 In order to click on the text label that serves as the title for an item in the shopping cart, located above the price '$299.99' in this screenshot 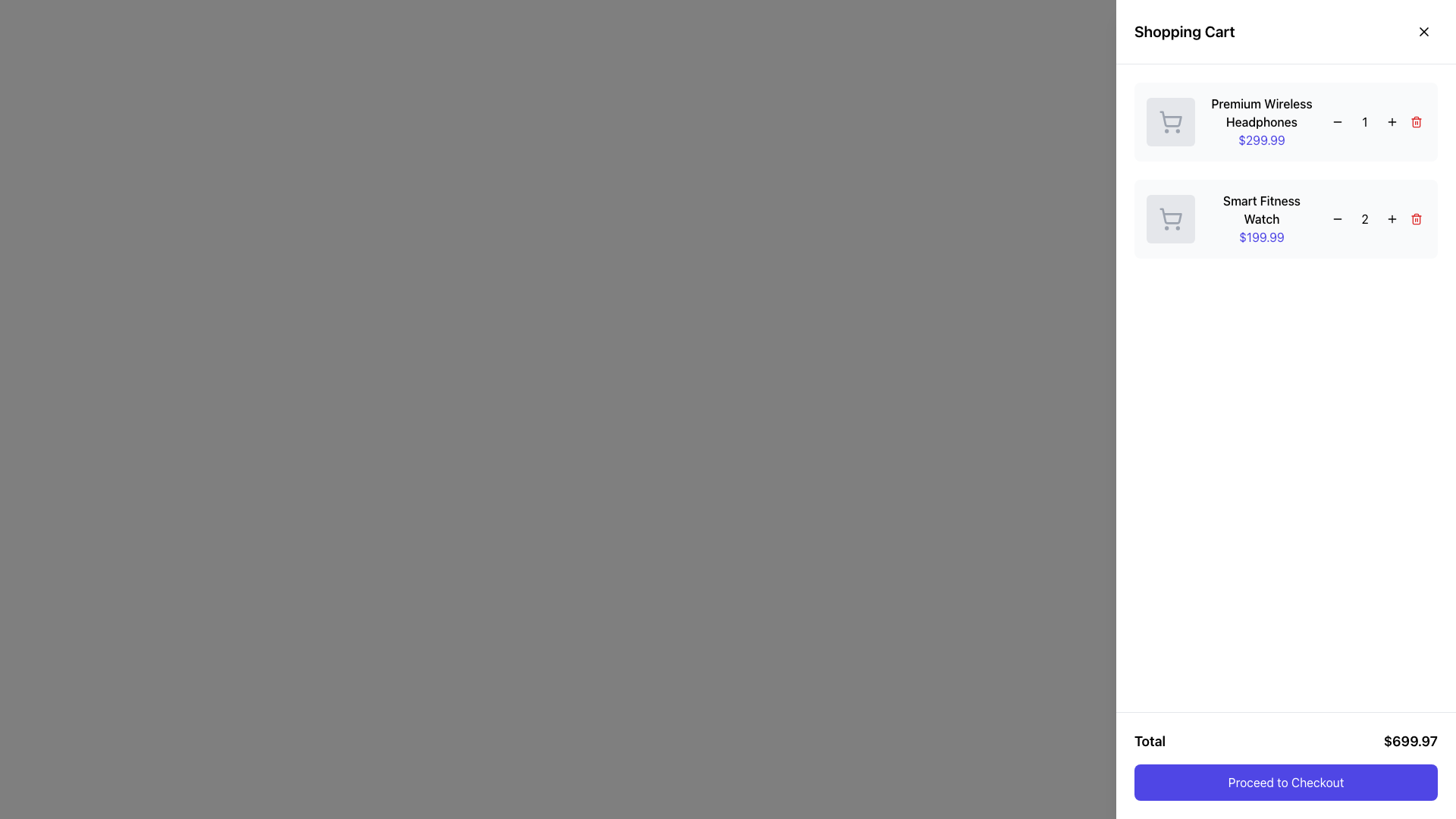, I will do `click(1262, 112)`.